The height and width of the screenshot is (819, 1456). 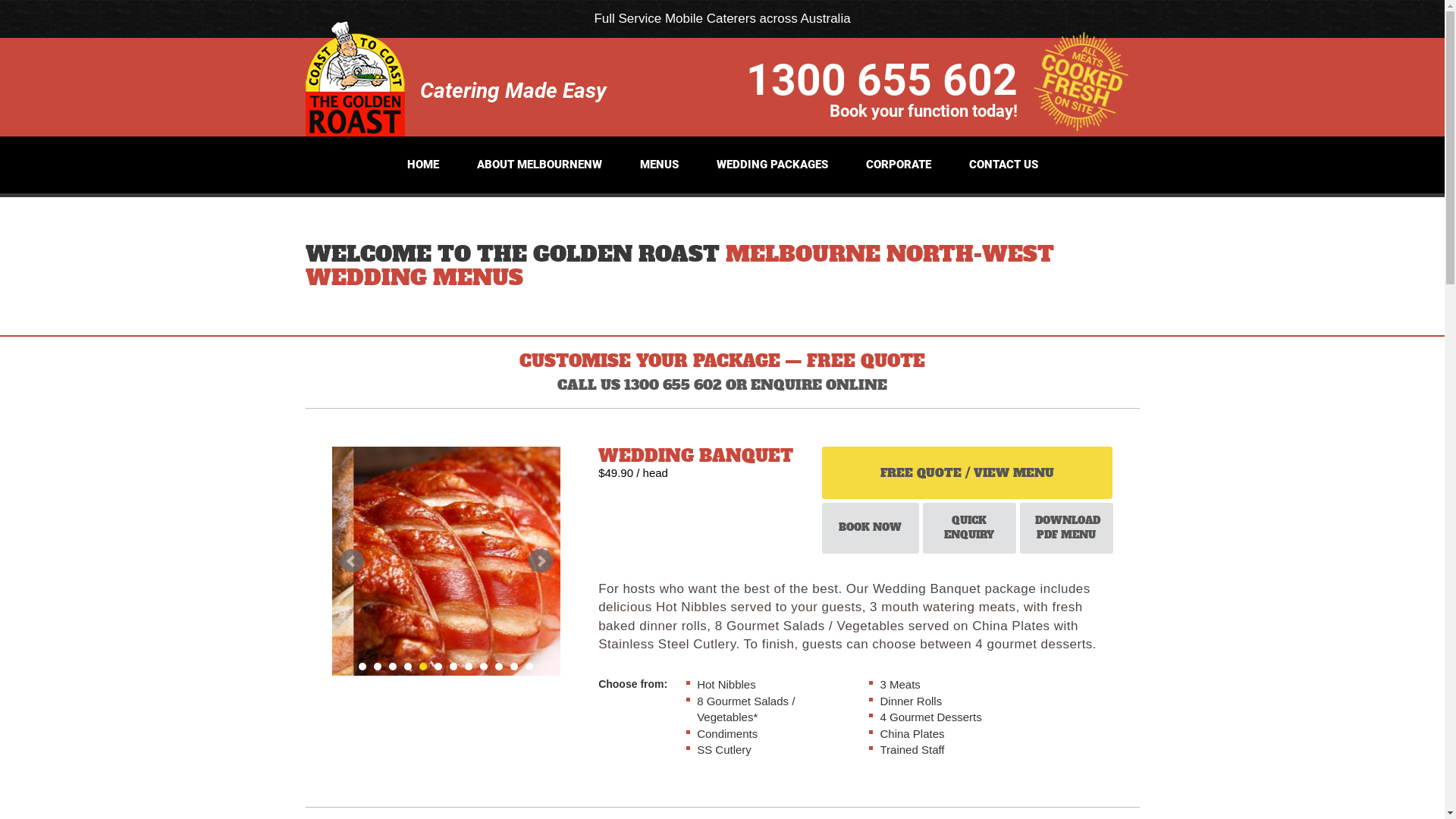 I want to click on 'HOME', so click(x=399, y=165).